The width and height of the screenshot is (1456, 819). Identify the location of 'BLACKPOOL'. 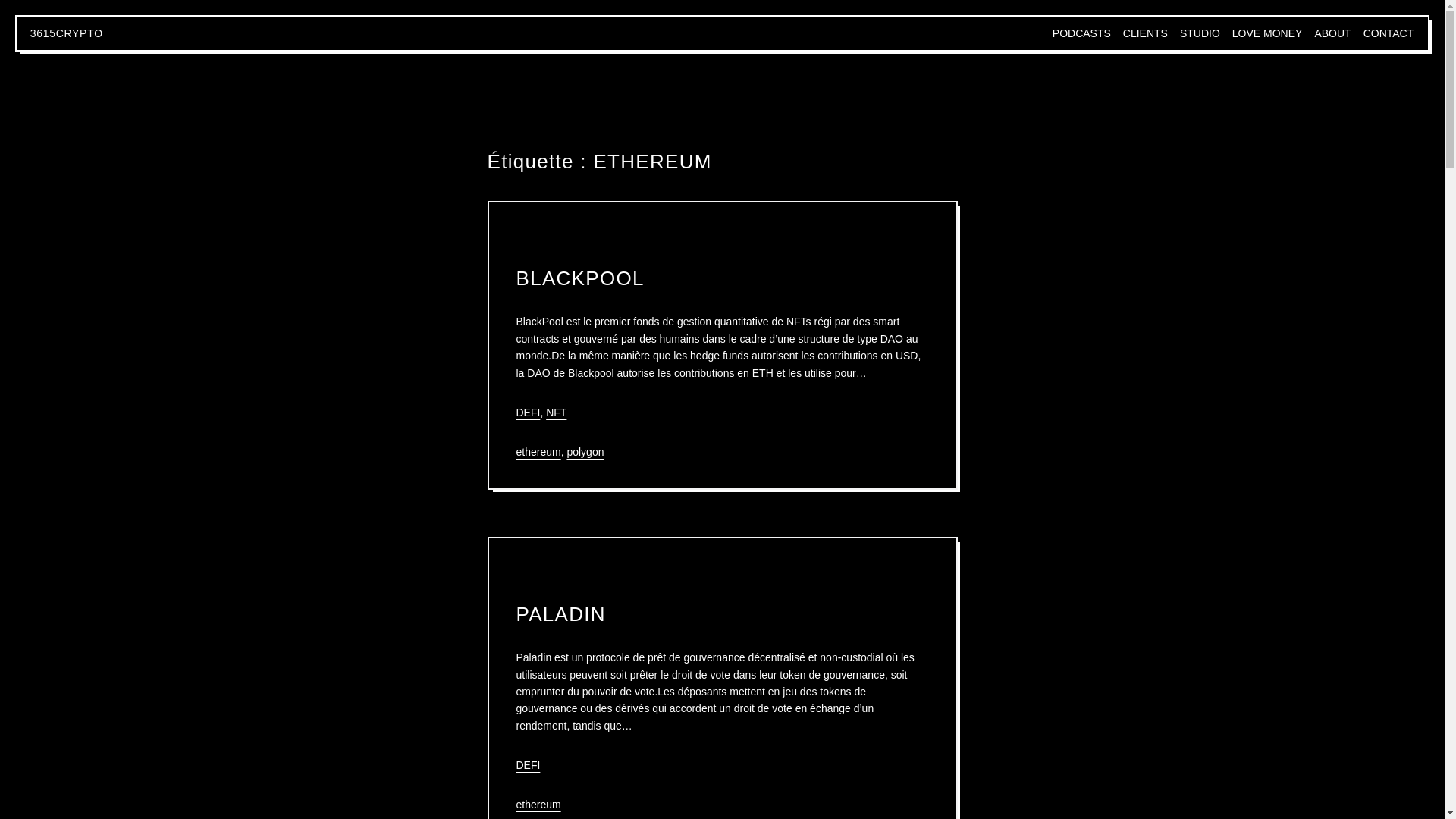
(579, 278).